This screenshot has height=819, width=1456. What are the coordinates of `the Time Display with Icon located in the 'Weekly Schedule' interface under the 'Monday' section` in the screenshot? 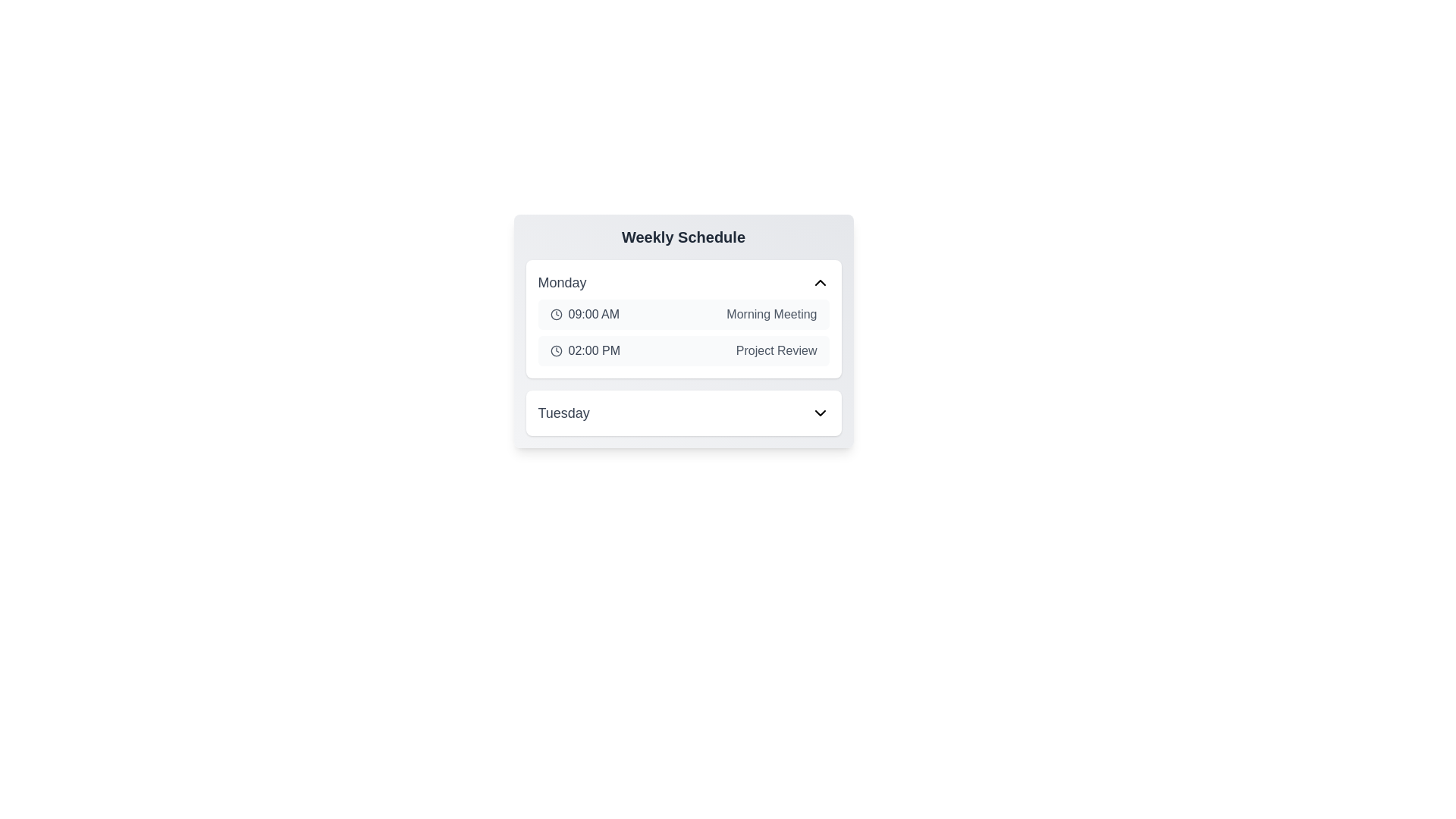 It's located at (584, 350).